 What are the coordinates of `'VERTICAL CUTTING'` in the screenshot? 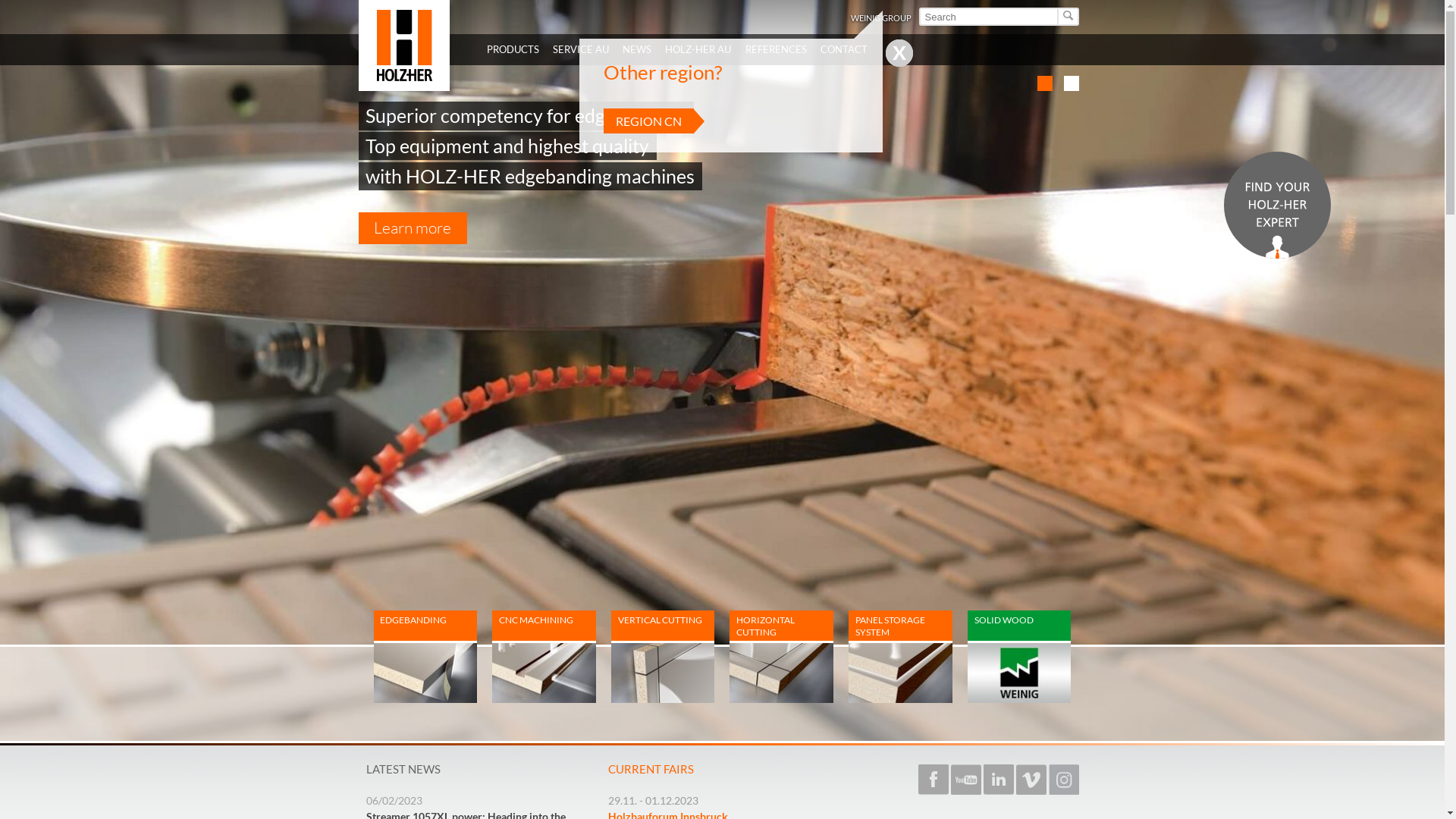 It's located at (663, 656).